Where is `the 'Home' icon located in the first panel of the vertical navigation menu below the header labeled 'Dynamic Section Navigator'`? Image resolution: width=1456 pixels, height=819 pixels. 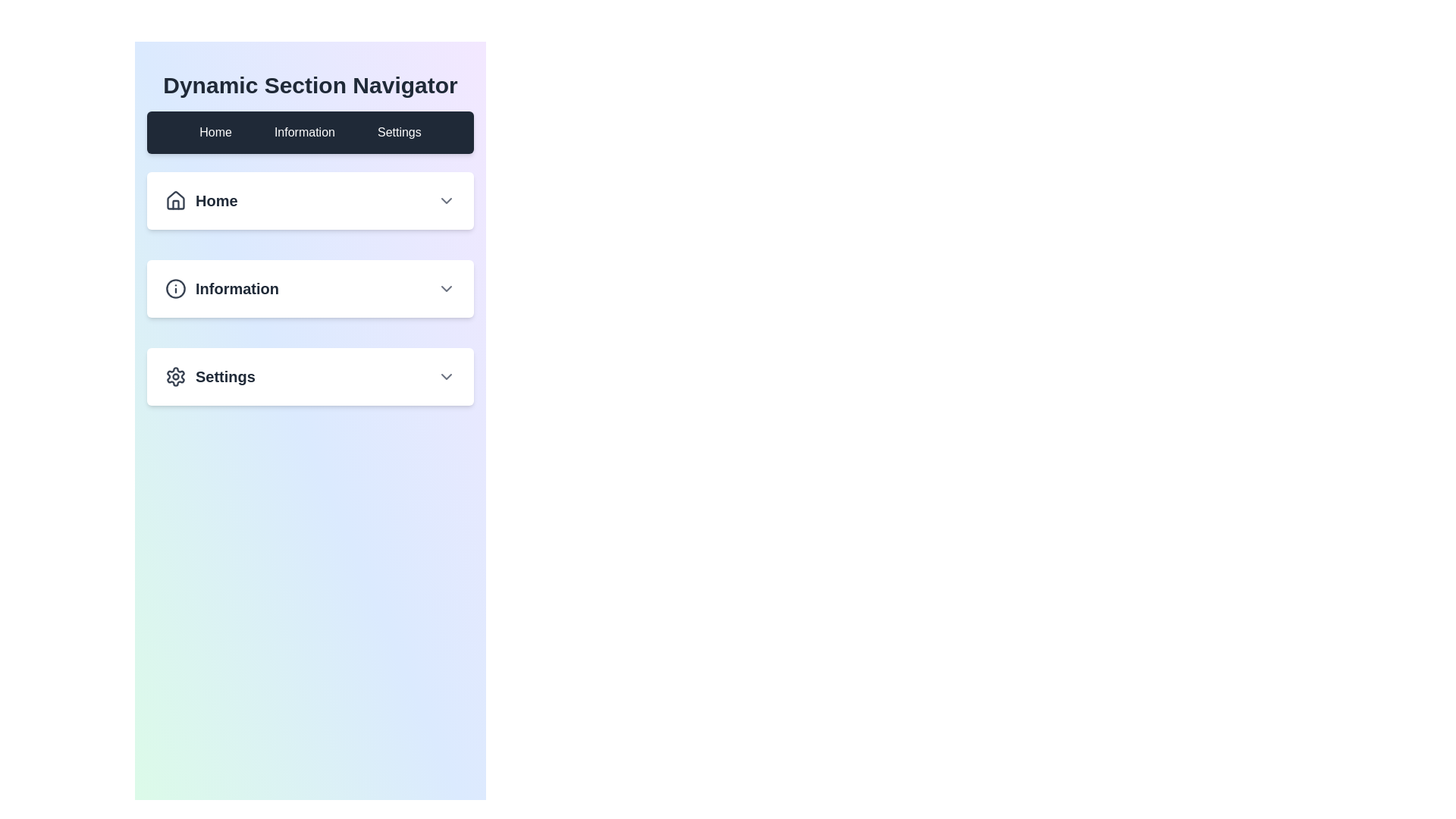 the 'Home' icon located in the first panel of the vertical navigation menu below the header labeled 'Dynamic Section Navigator' is located at coordinates (175, 199).